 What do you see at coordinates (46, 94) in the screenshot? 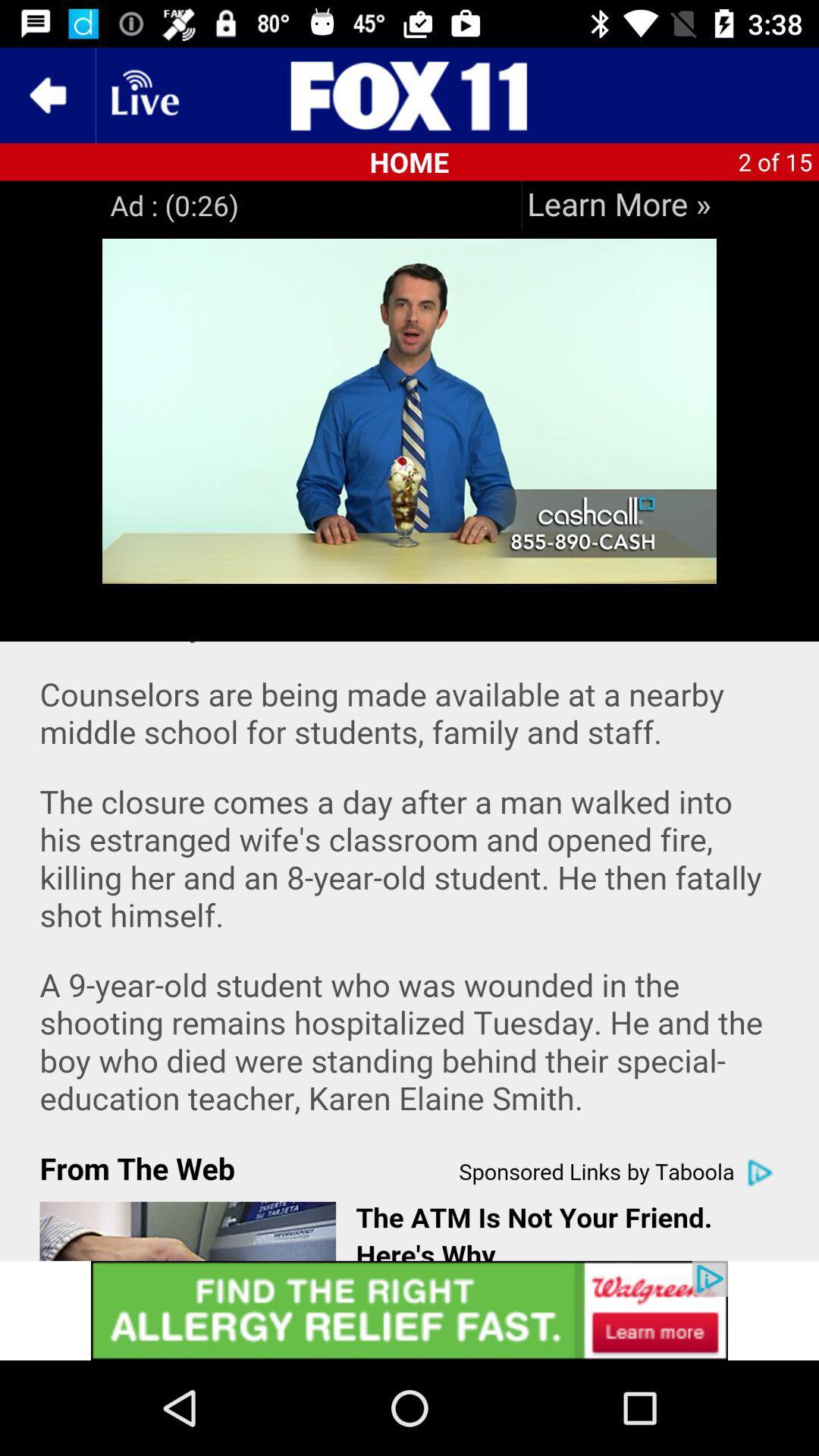
I see `go back` at bounding box center [46, 94].